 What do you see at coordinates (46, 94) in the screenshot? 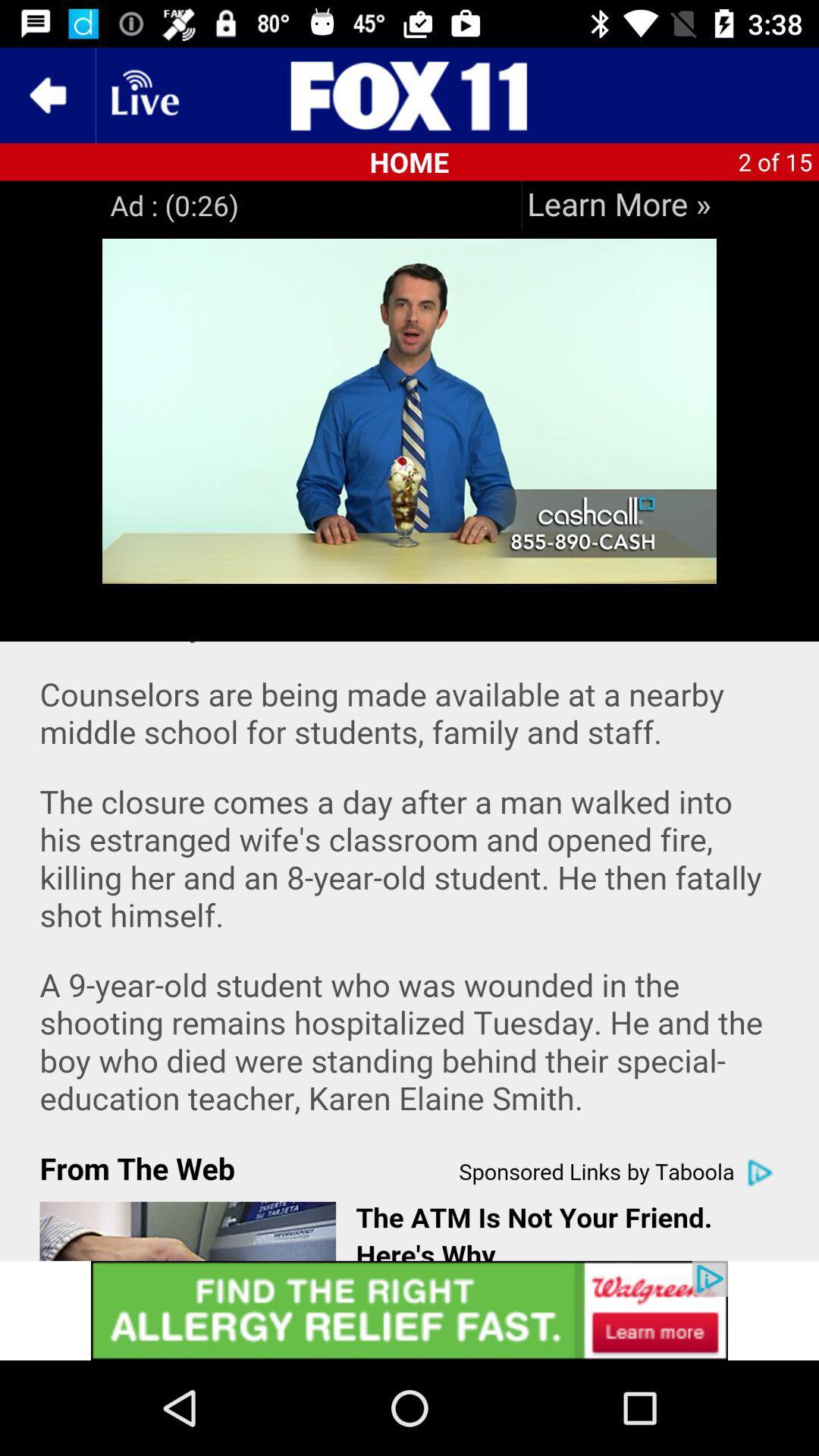
I see `go back` at bounding box center [46, 94].